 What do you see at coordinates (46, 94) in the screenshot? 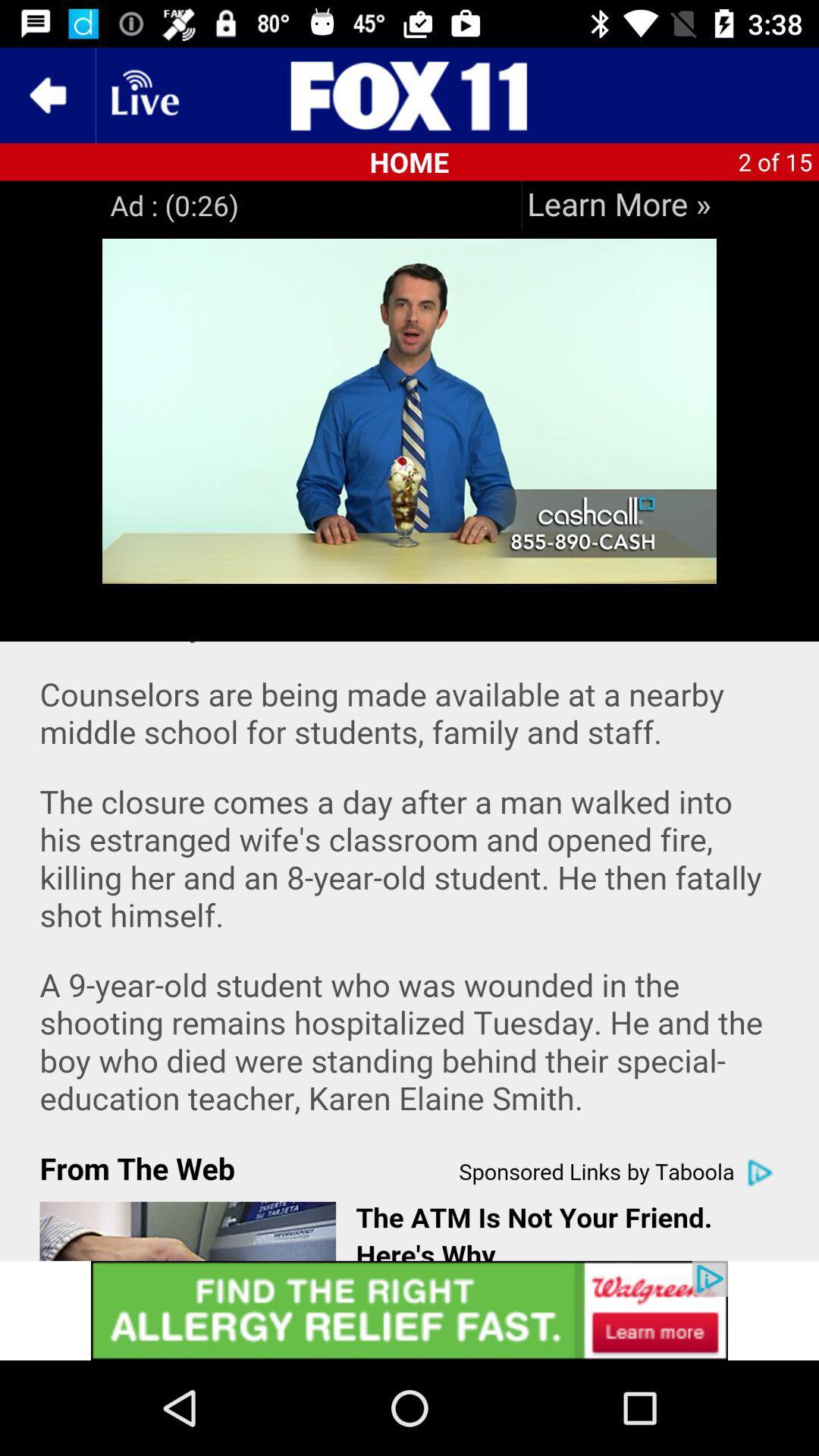
I see `go back` at bounding box center [46, 94].